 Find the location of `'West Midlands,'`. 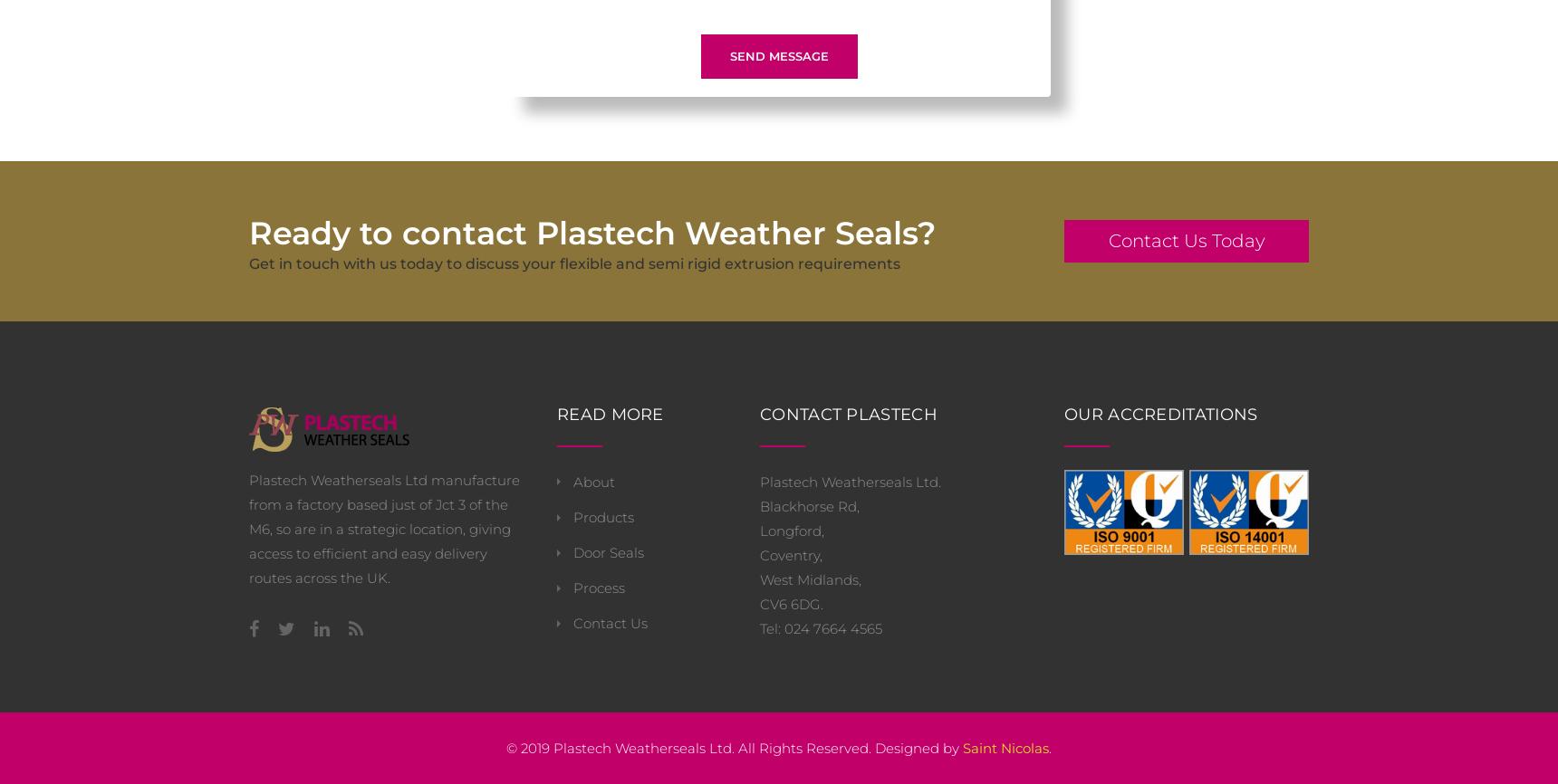

'West Midlands,' is located at coordinates (809, 579).